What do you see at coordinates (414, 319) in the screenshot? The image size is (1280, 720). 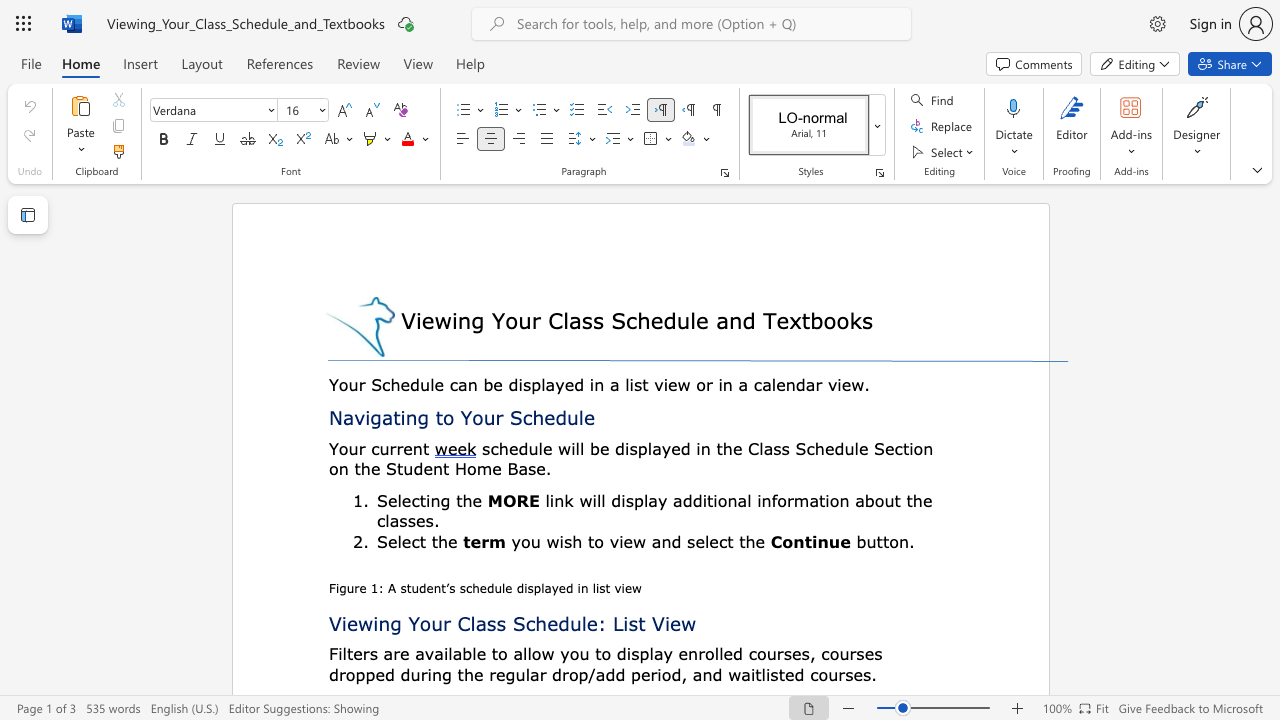 I see `the subset text "iewing You" within the text "Viewing Your Class Schedule and Textbooks"` at bounding box center [414, 319].